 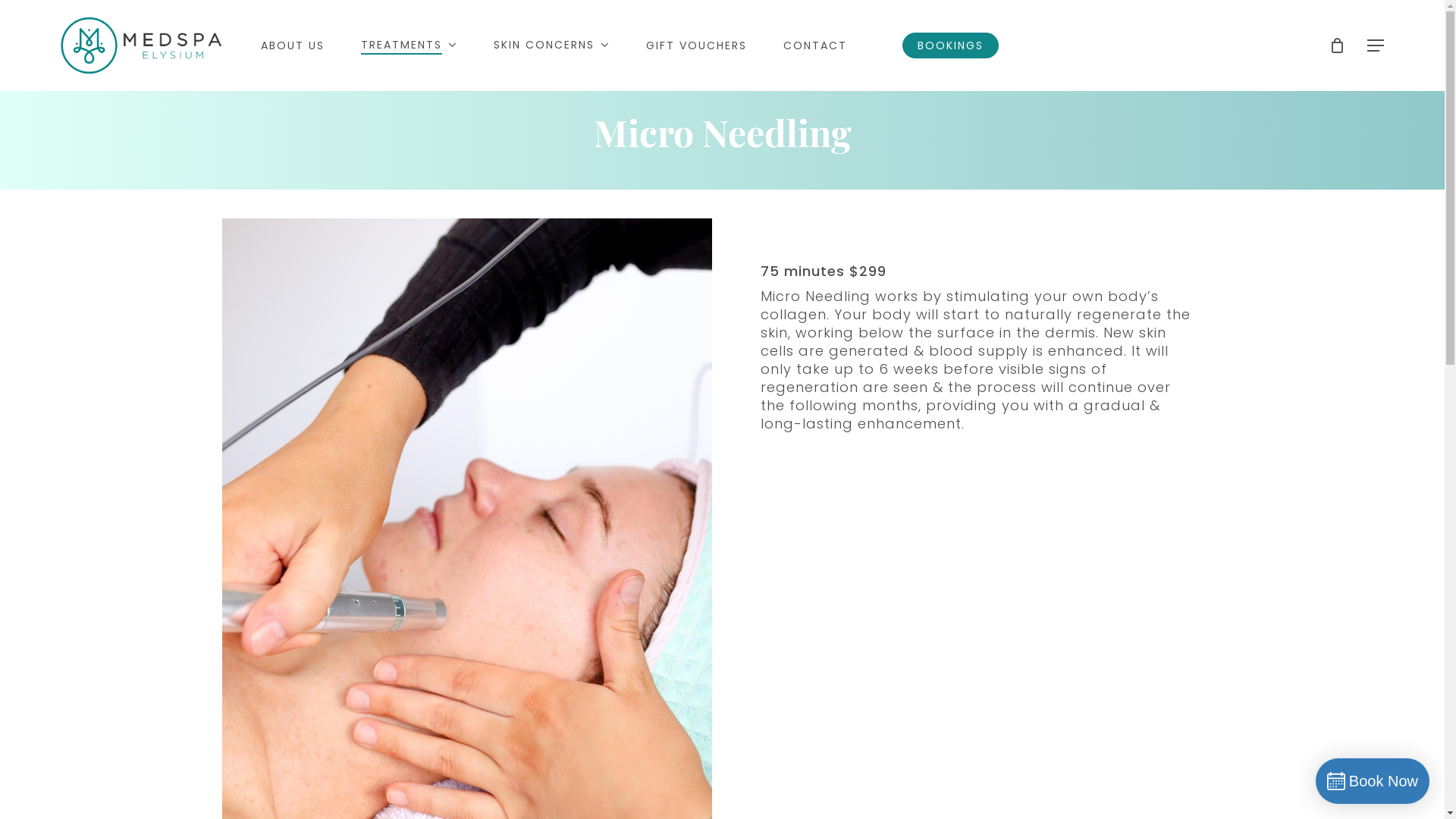 What do you see at coordinates (1415, 8) in the screenshot?
I see `'Menu'` at bounding box center [1415, 8].